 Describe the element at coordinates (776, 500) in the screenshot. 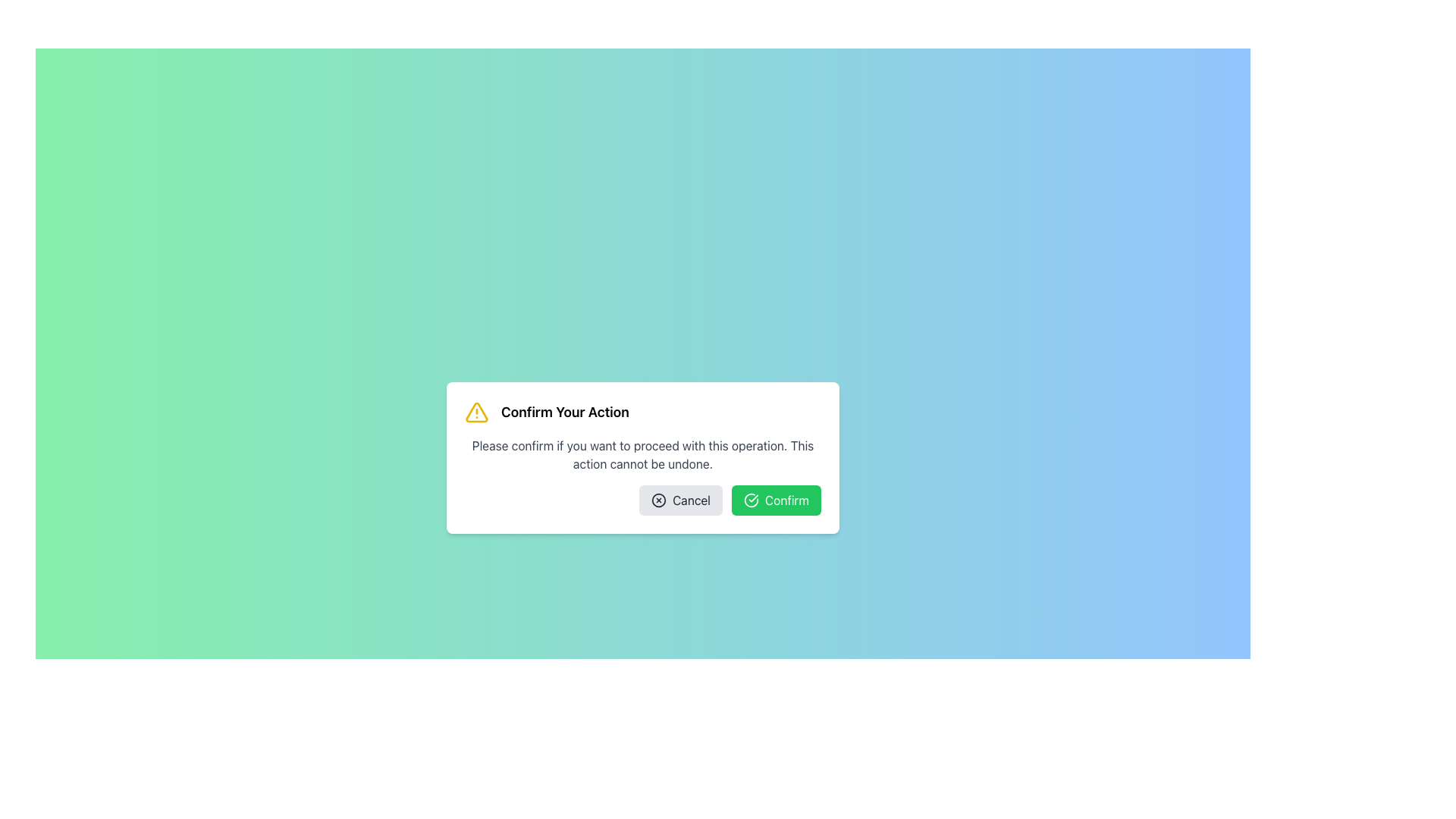

I see `the confirm button located at the bottom right corner of the modal dialog box to finalize the action` at that location.